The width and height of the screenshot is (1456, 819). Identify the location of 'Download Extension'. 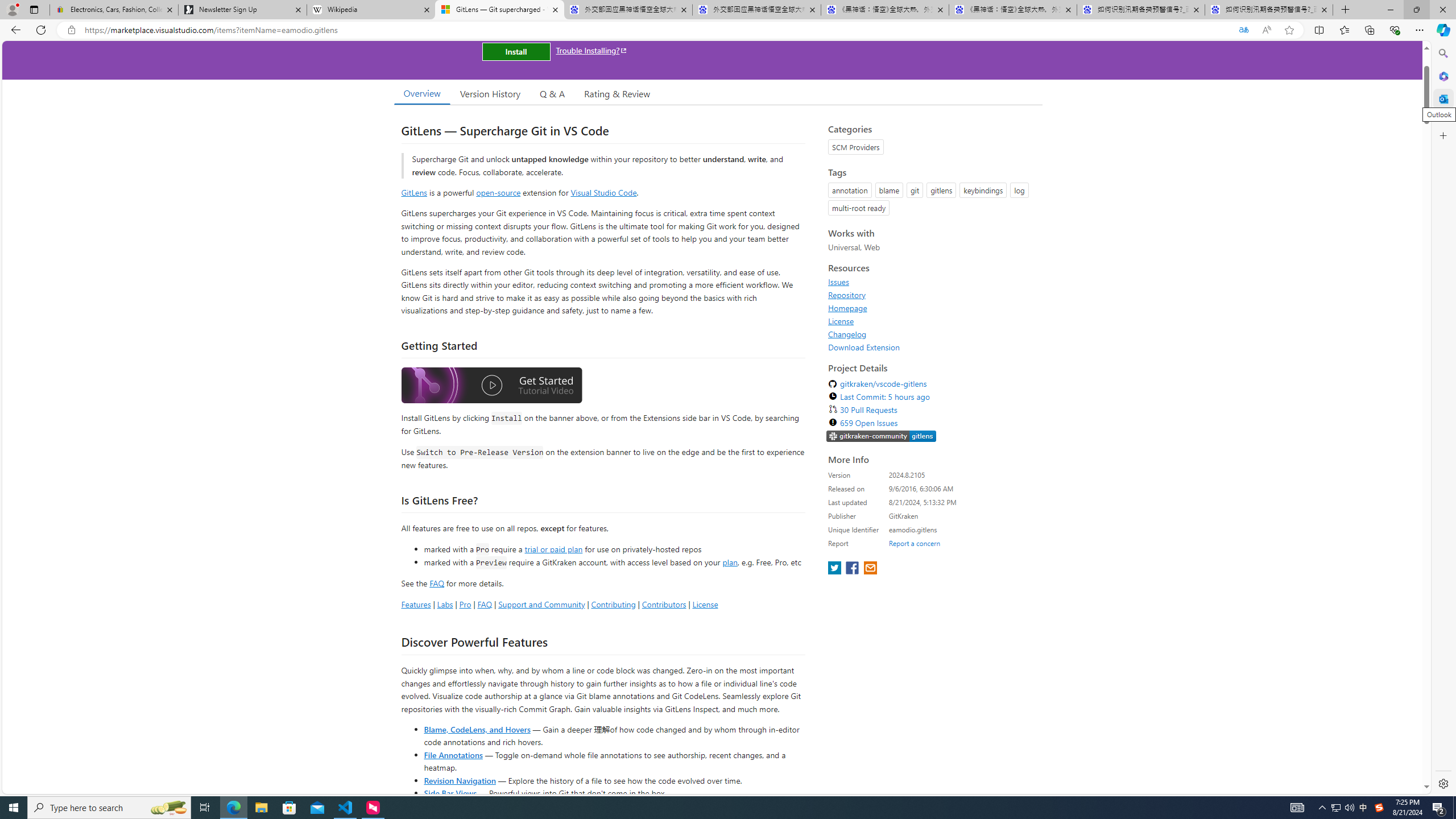
(864, 346).